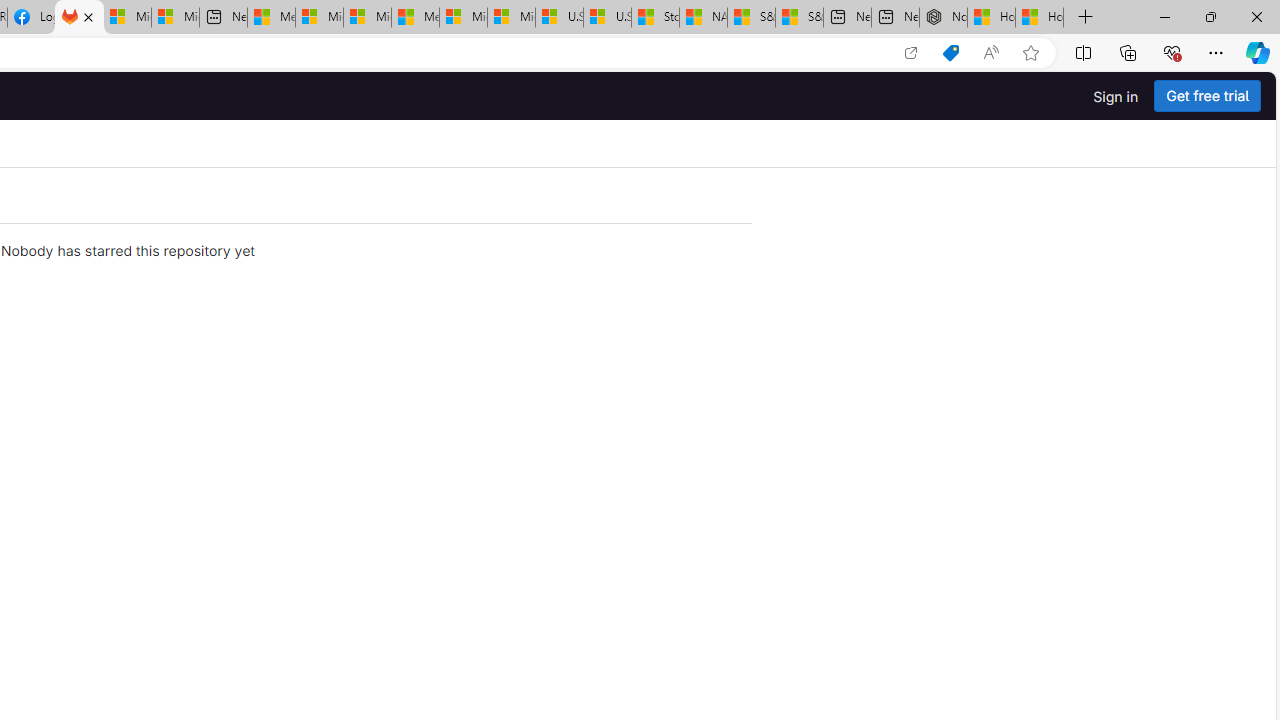  What do you see at coordinates (1255, 16) in the screenshot?
I see `'Close'` at bounding box center [1255, 16].